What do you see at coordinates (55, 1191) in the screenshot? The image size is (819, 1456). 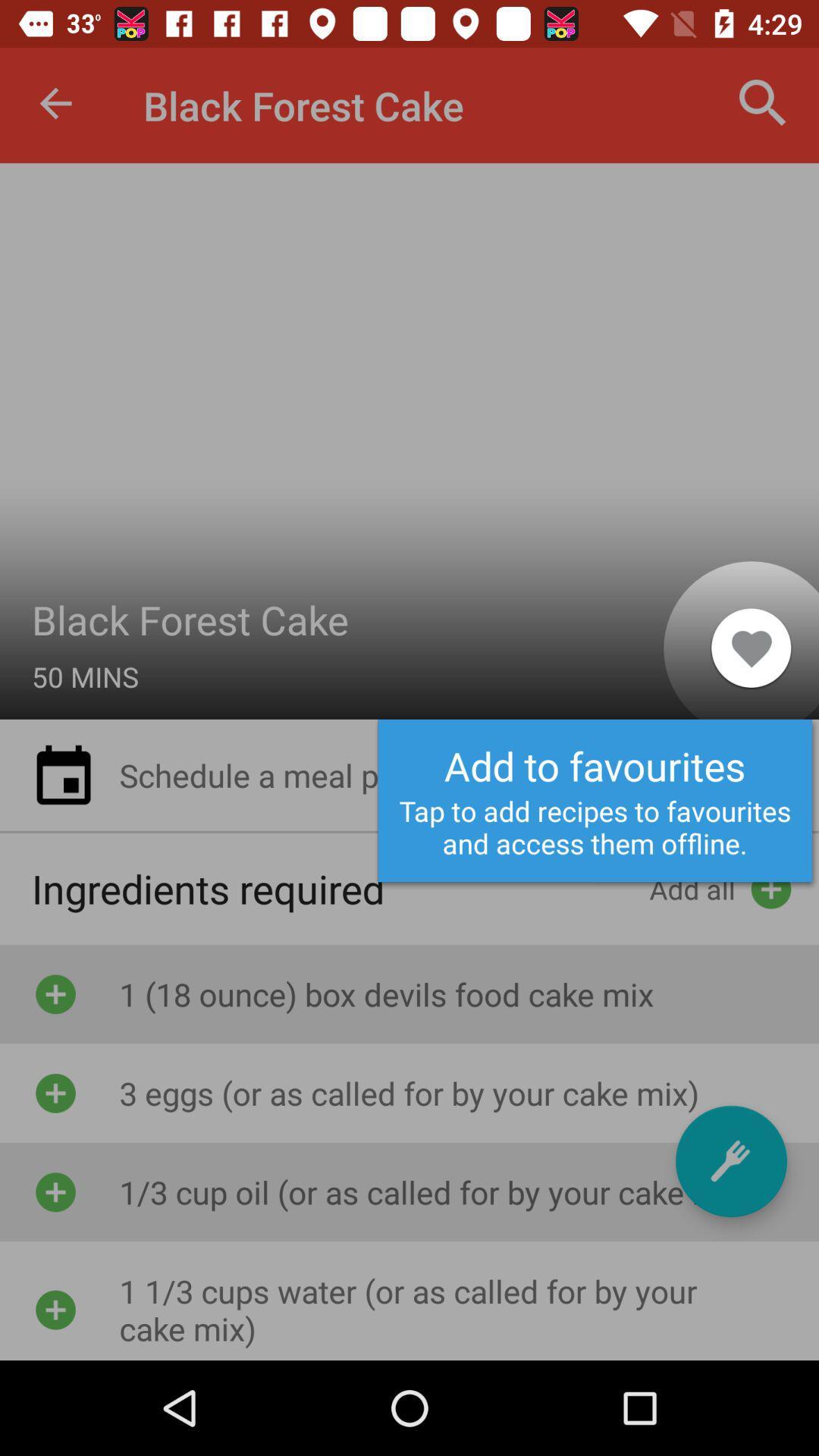 I see `the third plus icon` at bounding box center [55, 1191].